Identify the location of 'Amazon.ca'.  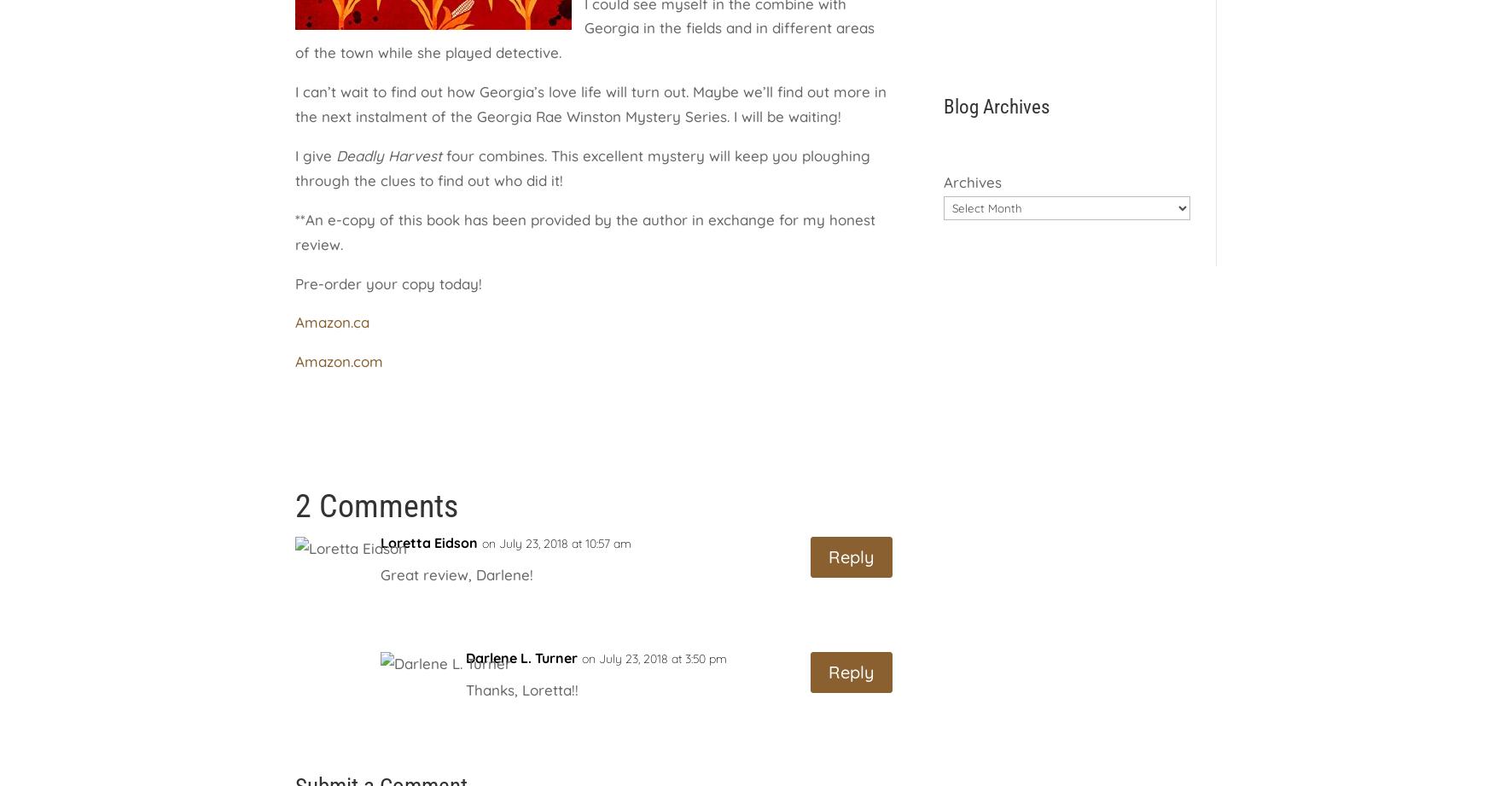
(332, 322).